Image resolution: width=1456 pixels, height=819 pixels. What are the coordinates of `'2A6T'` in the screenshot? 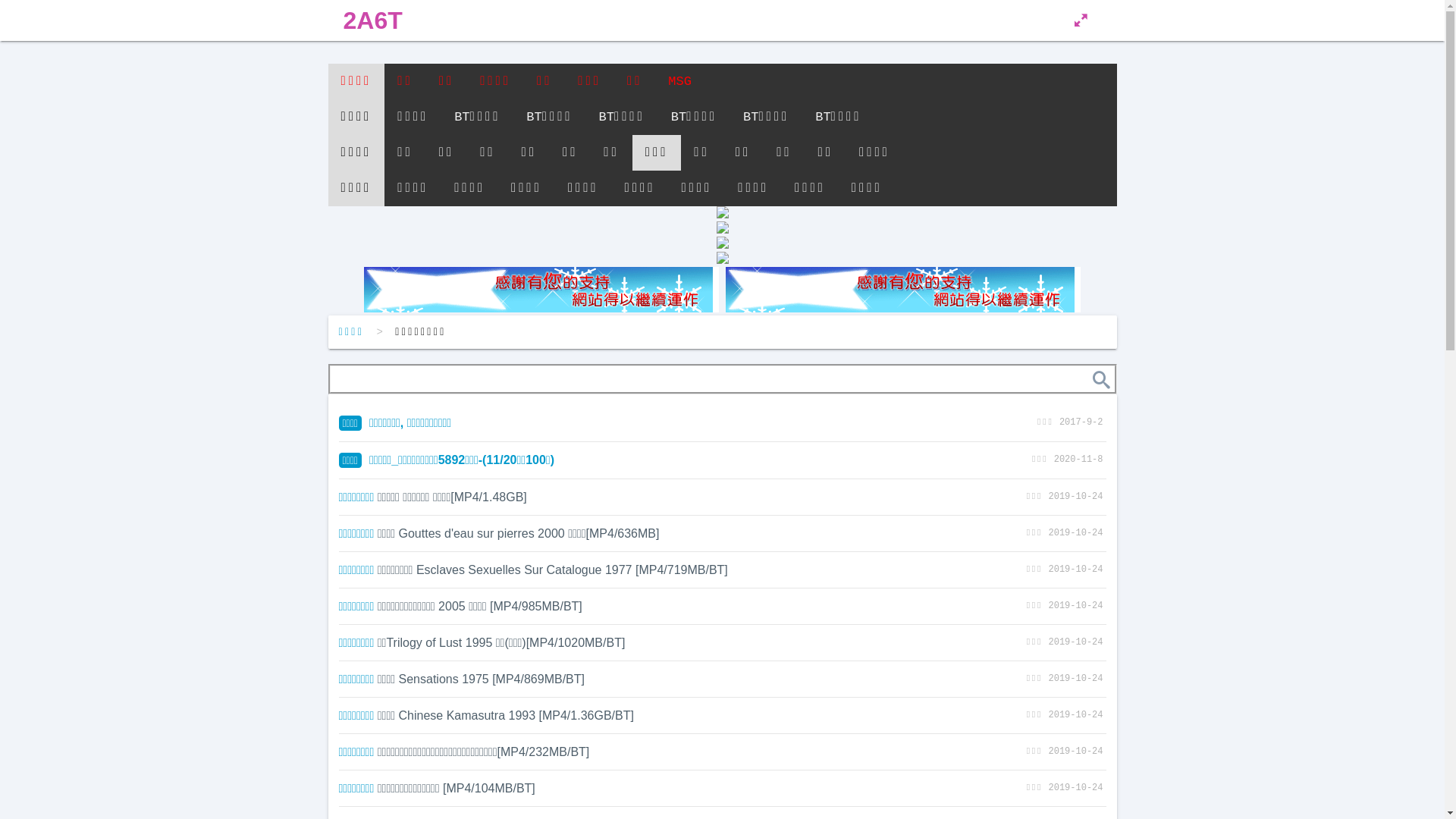 It's located at (327, 20).